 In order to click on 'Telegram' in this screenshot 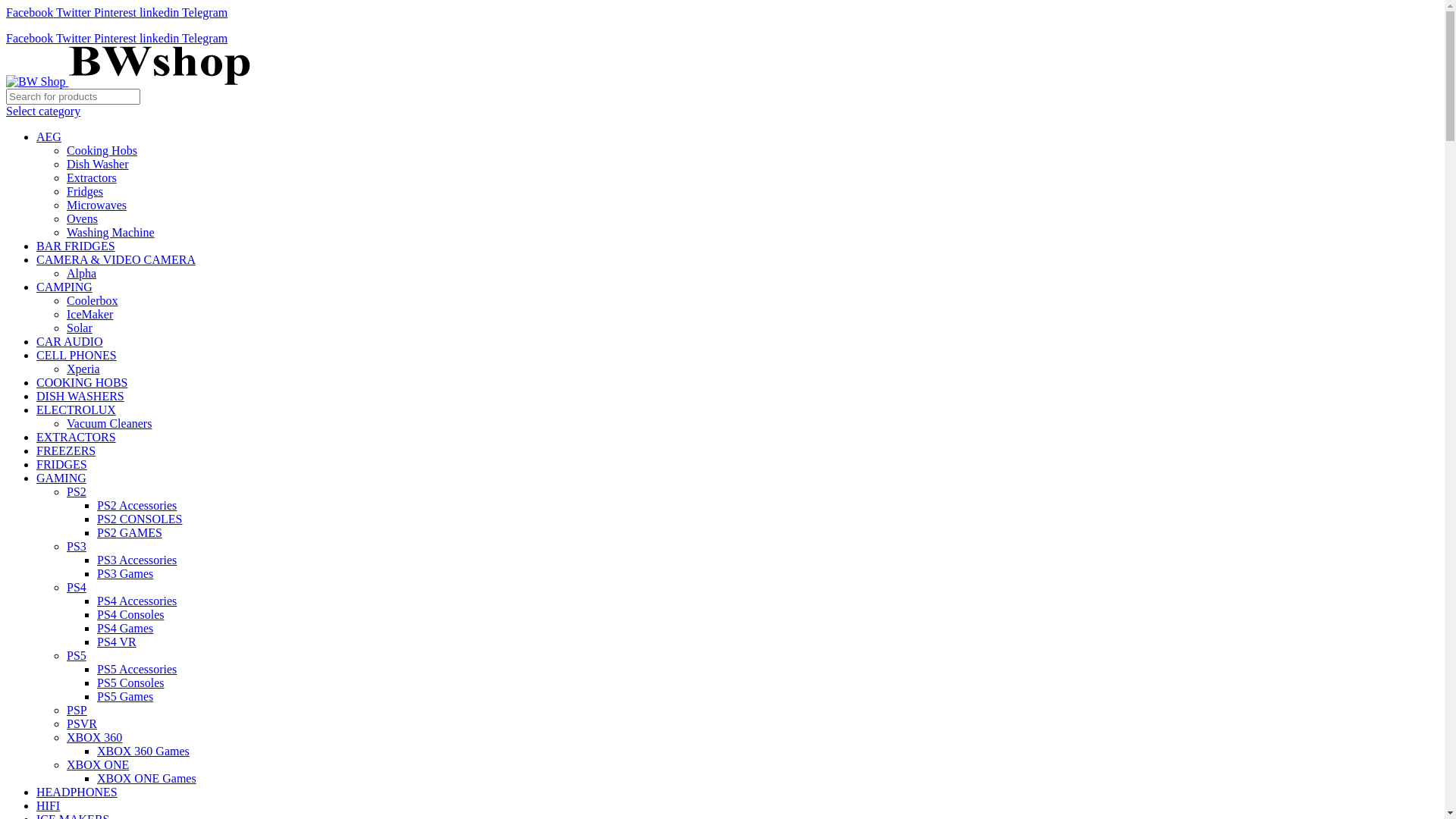, I will do `click(203, 12)`.